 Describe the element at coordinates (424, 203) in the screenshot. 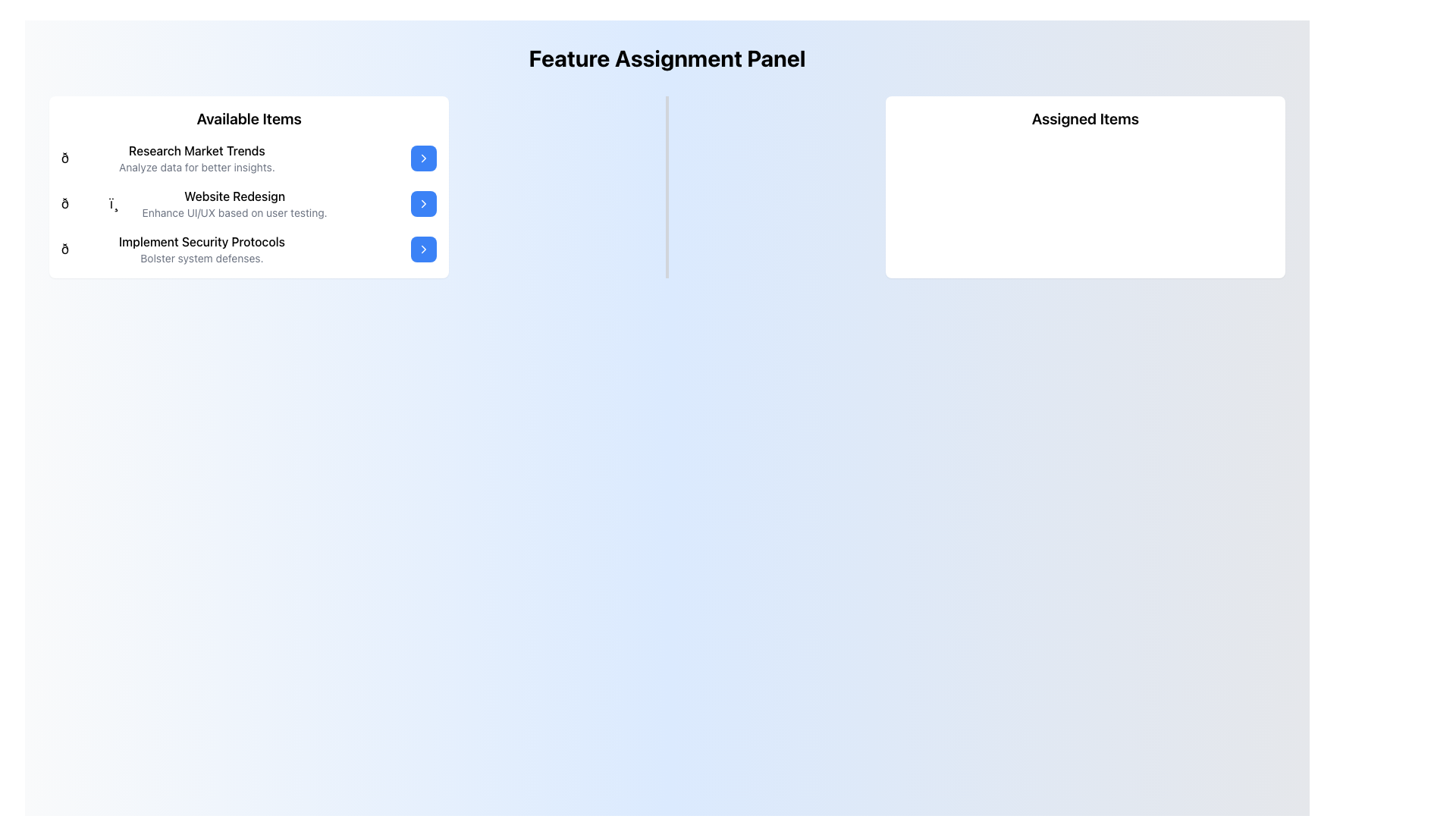

I see `the SVG Icon button aligned to the right of the 'Website Redesign' item in the 'Available Items' section` at that location.